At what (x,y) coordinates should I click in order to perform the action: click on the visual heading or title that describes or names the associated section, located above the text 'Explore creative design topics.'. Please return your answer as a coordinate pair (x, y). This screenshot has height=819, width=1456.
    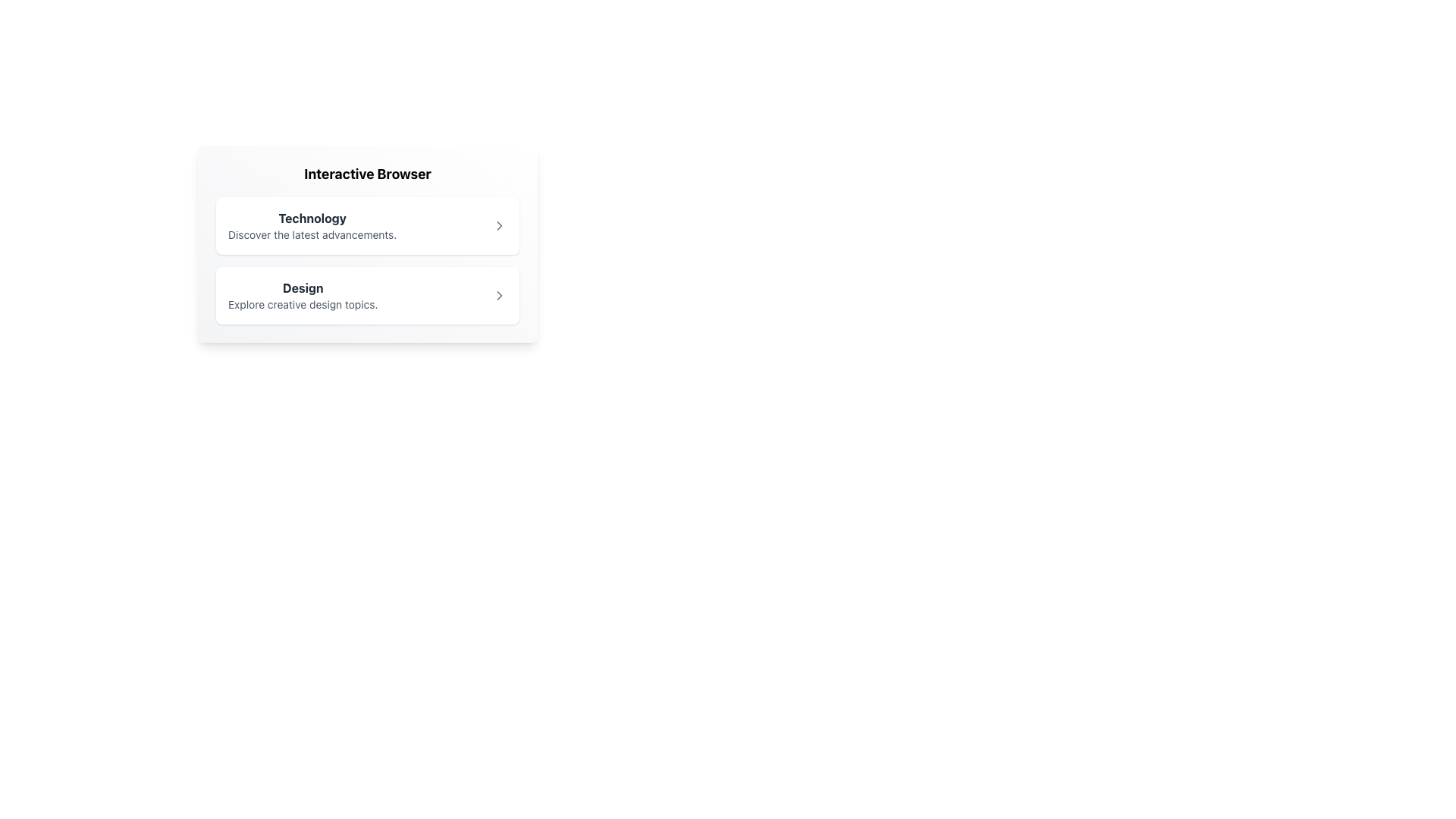
    Looking at the image, I should click on (303, 288).